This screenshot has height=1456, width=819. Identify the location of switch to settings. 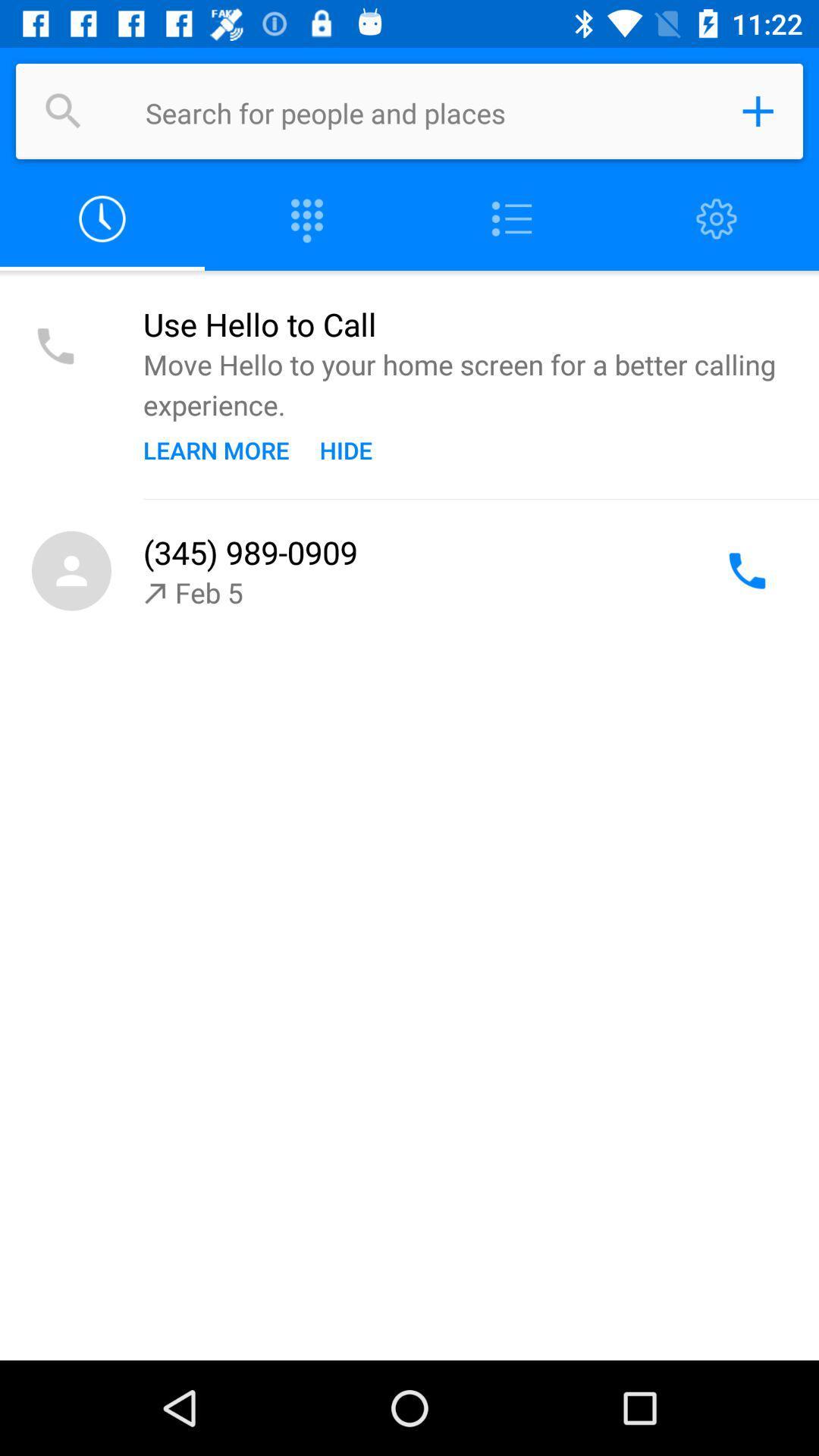
(717, 218).